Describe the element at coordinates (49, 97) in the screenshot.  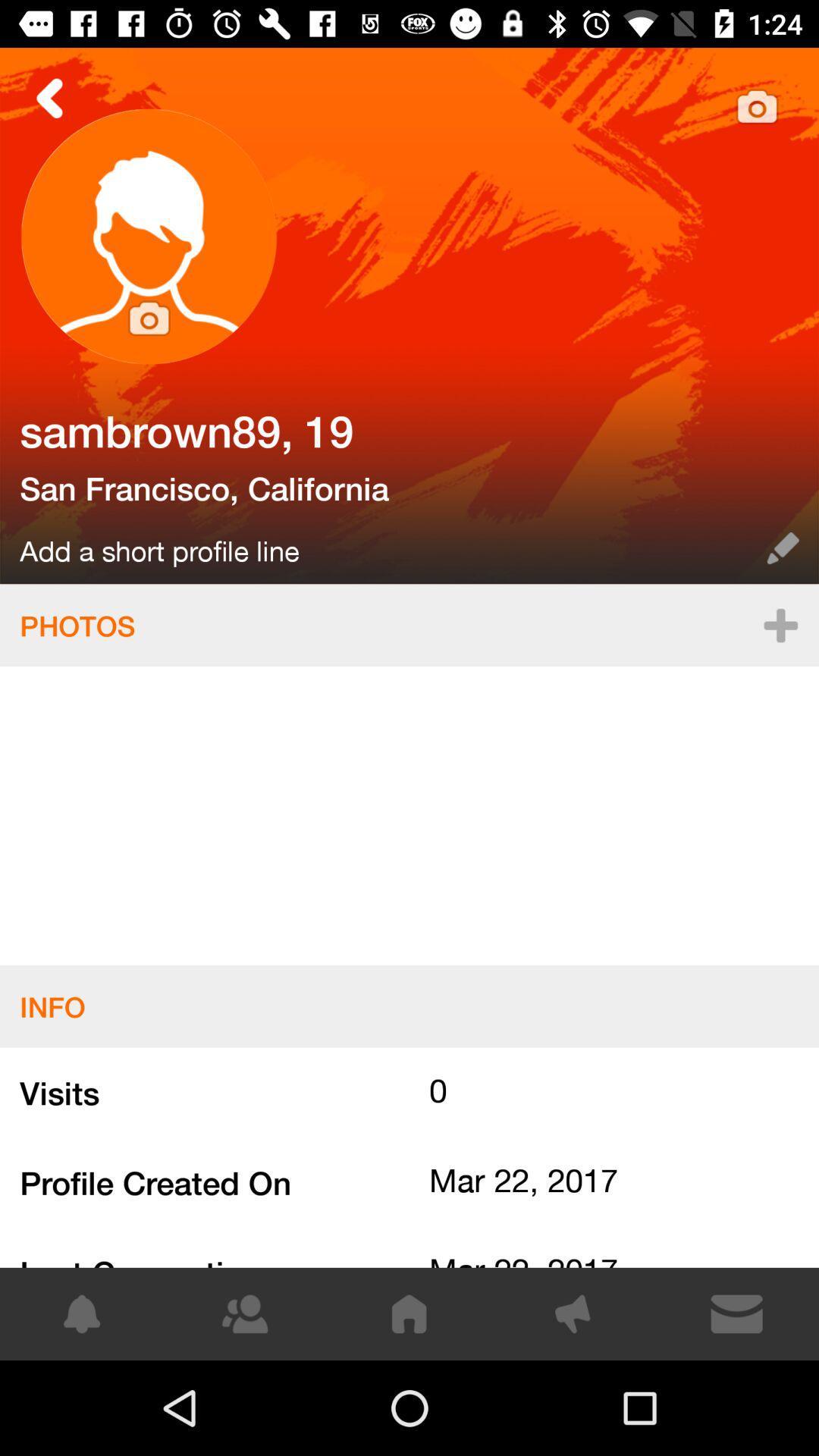
I see `the arrow_backward icon` at that location.